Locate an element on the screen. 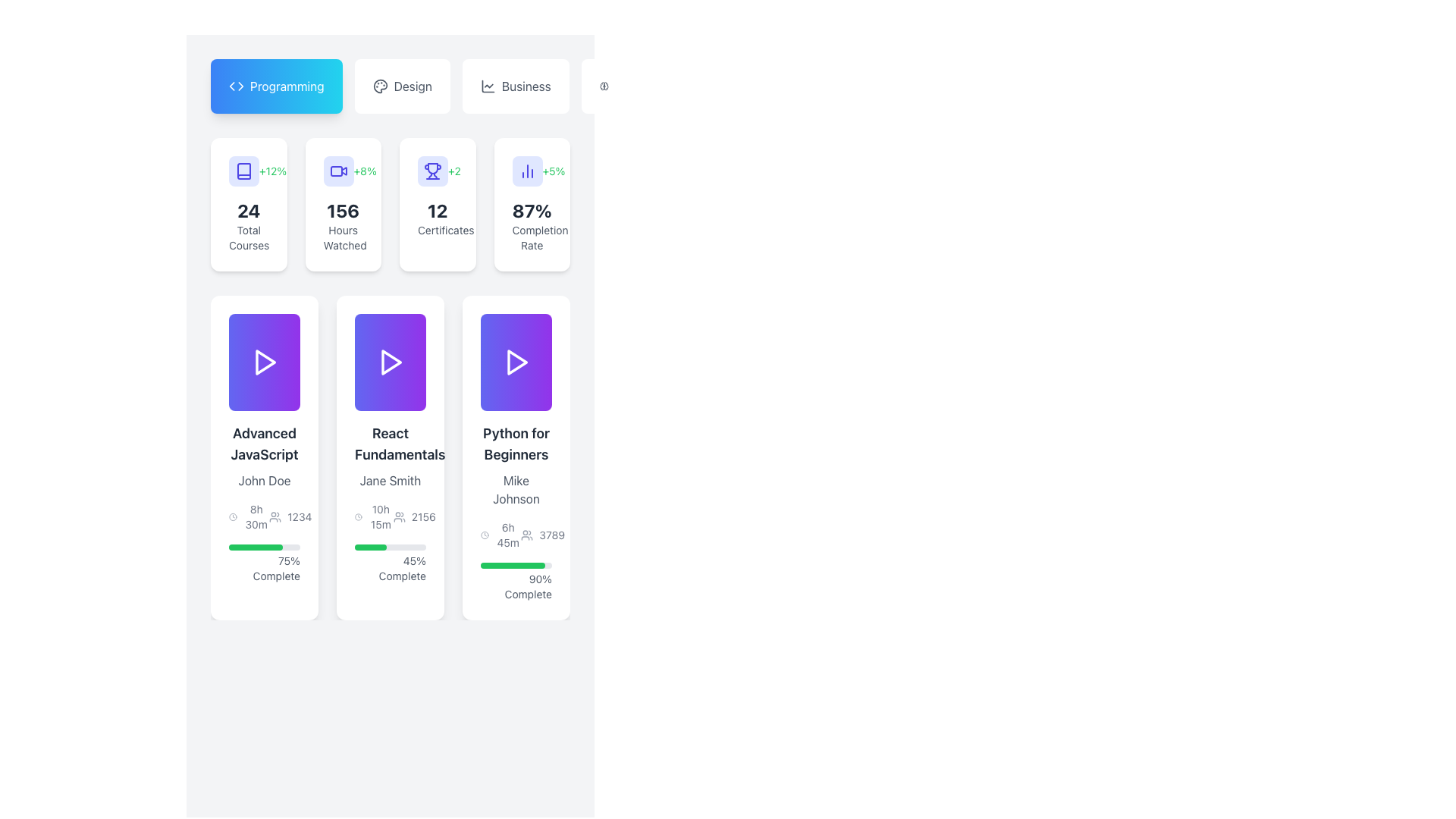 The image size is (1456, 819). the text label displaying 'Python for Beginners', which is bold and dark gray, located in the third course card at the top-center position is located at coordinates (516, 444).